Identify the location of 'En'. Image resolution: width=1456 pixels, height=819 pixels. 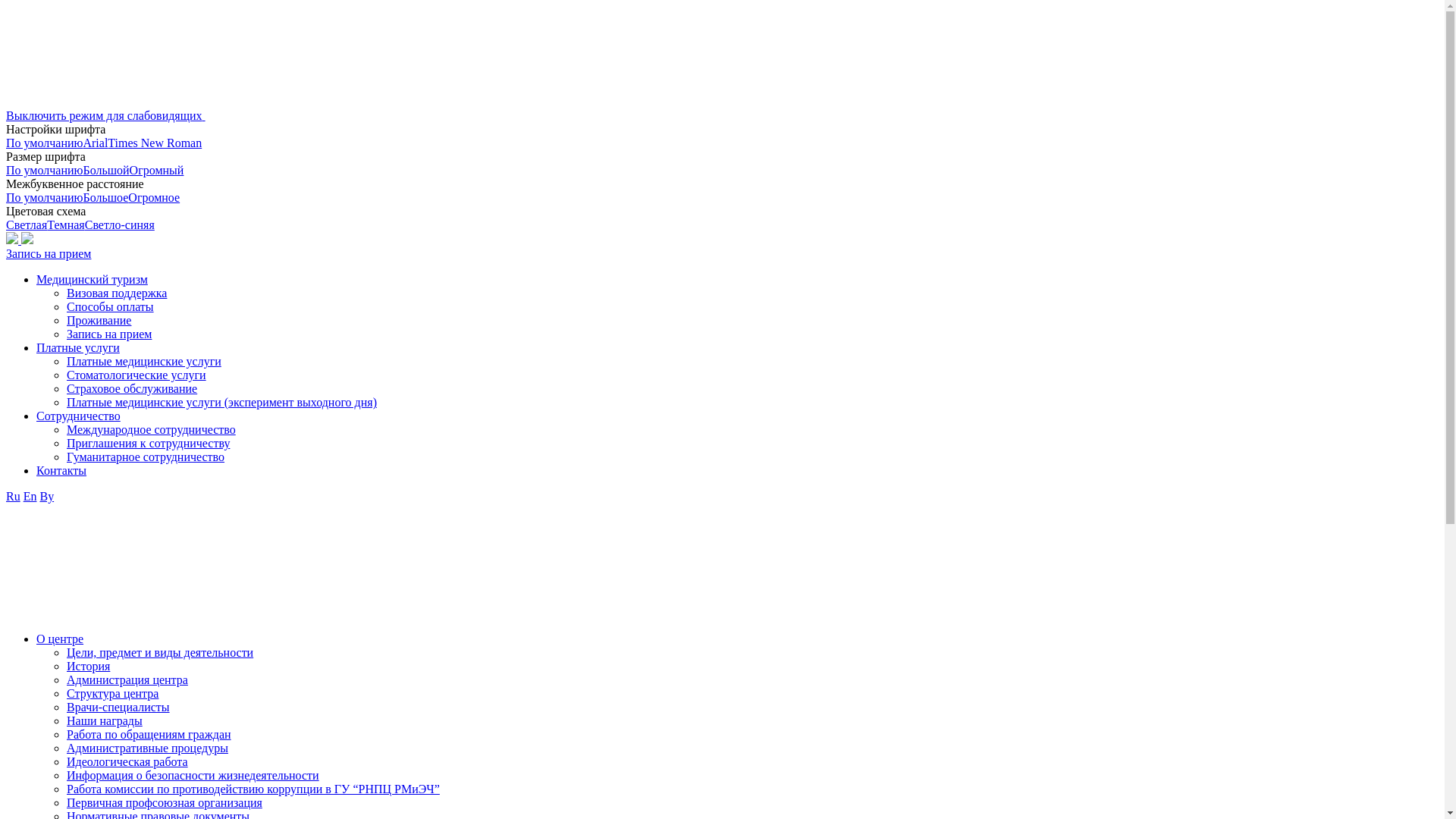
(23, 496).